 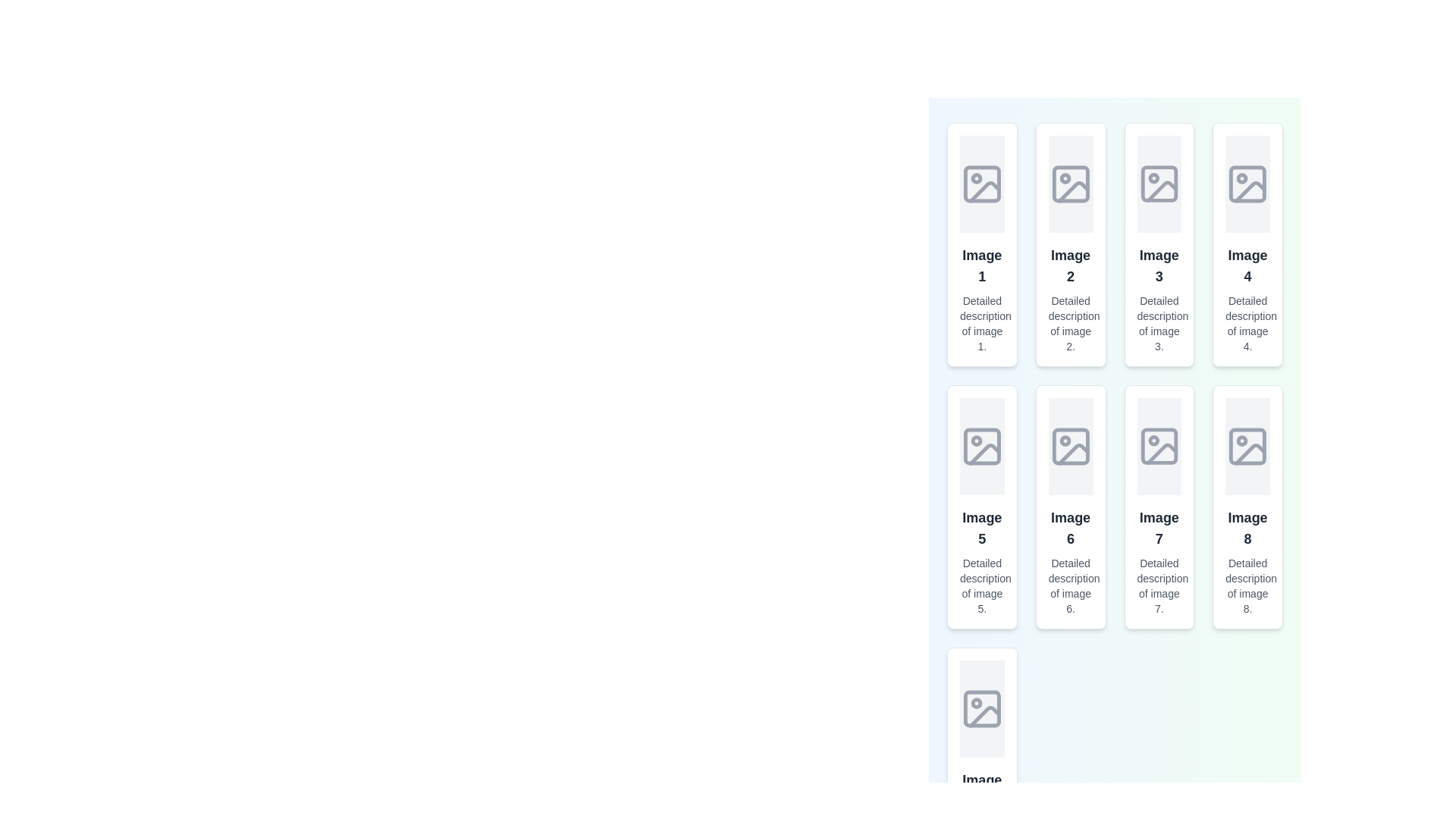 What do you see at coordinates (1247, 446) in the screenshot?
I see `the visual representation of the SVG rectangle with rounded corners, part of the icon depicting a mountain and a sun, located in the eighth item of a grid-like arrangement of image placeholders` at bounding box center [1247, 446].